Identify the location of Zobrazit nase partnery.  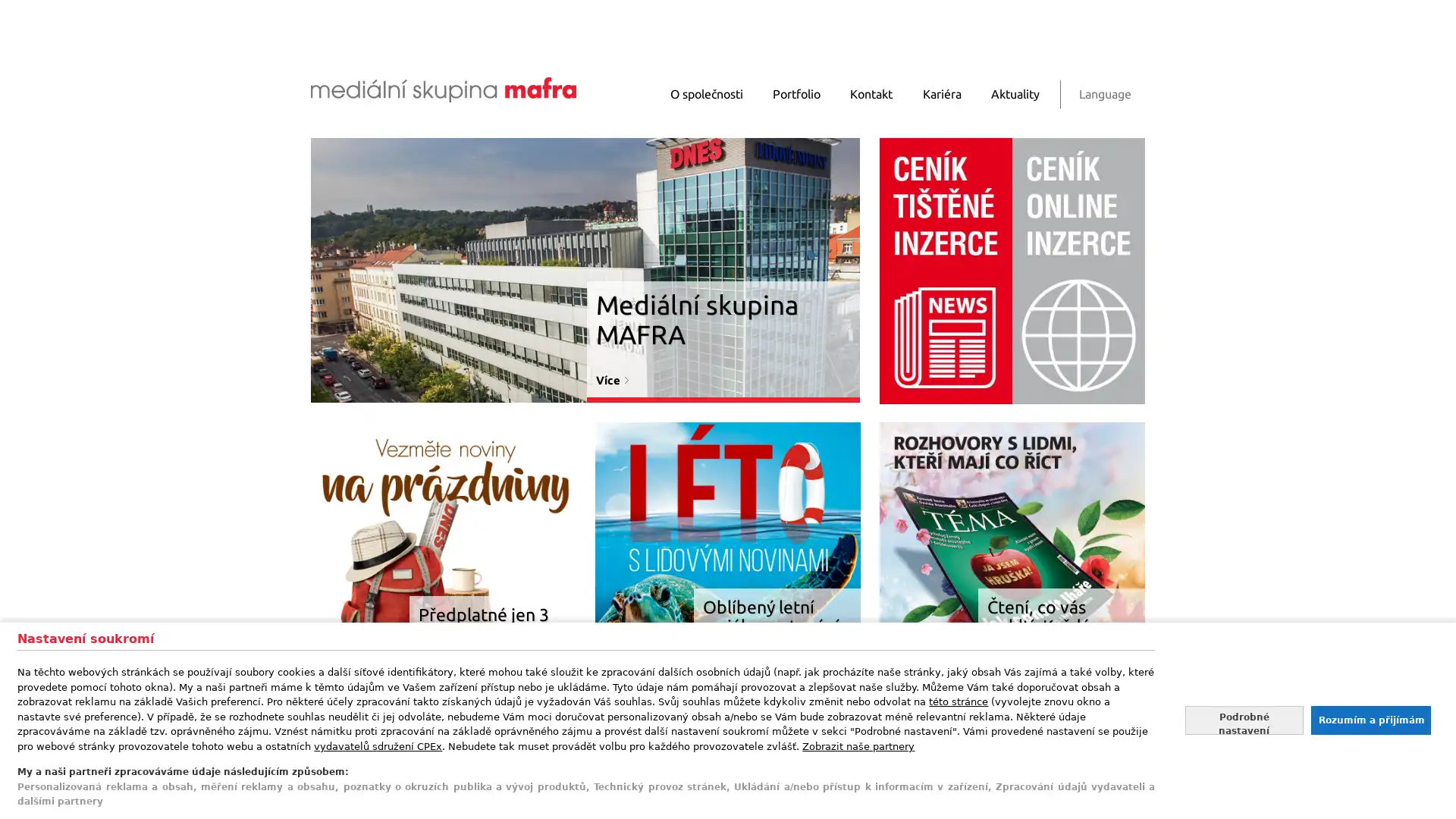
(858, 745).